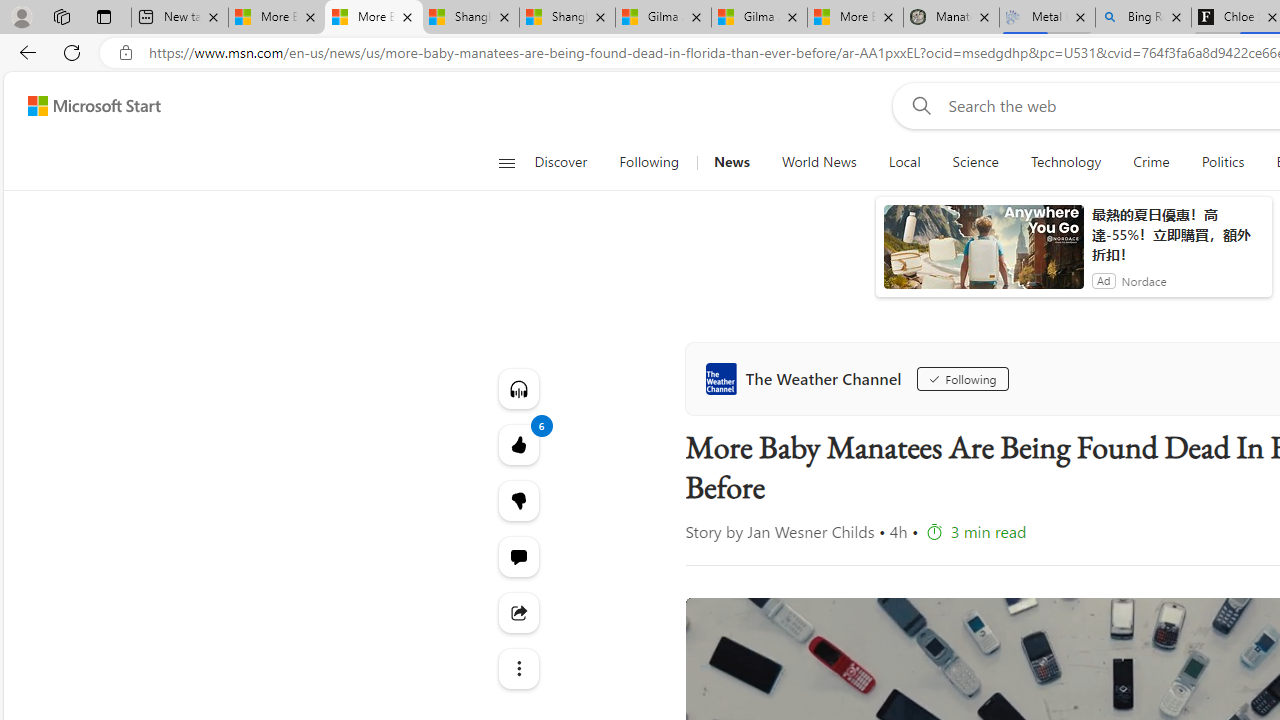 The image size is (1280, 720). Describe the element at coordinates (81, 105) in the screenshot. I see `'Skip to footer'` at that location.